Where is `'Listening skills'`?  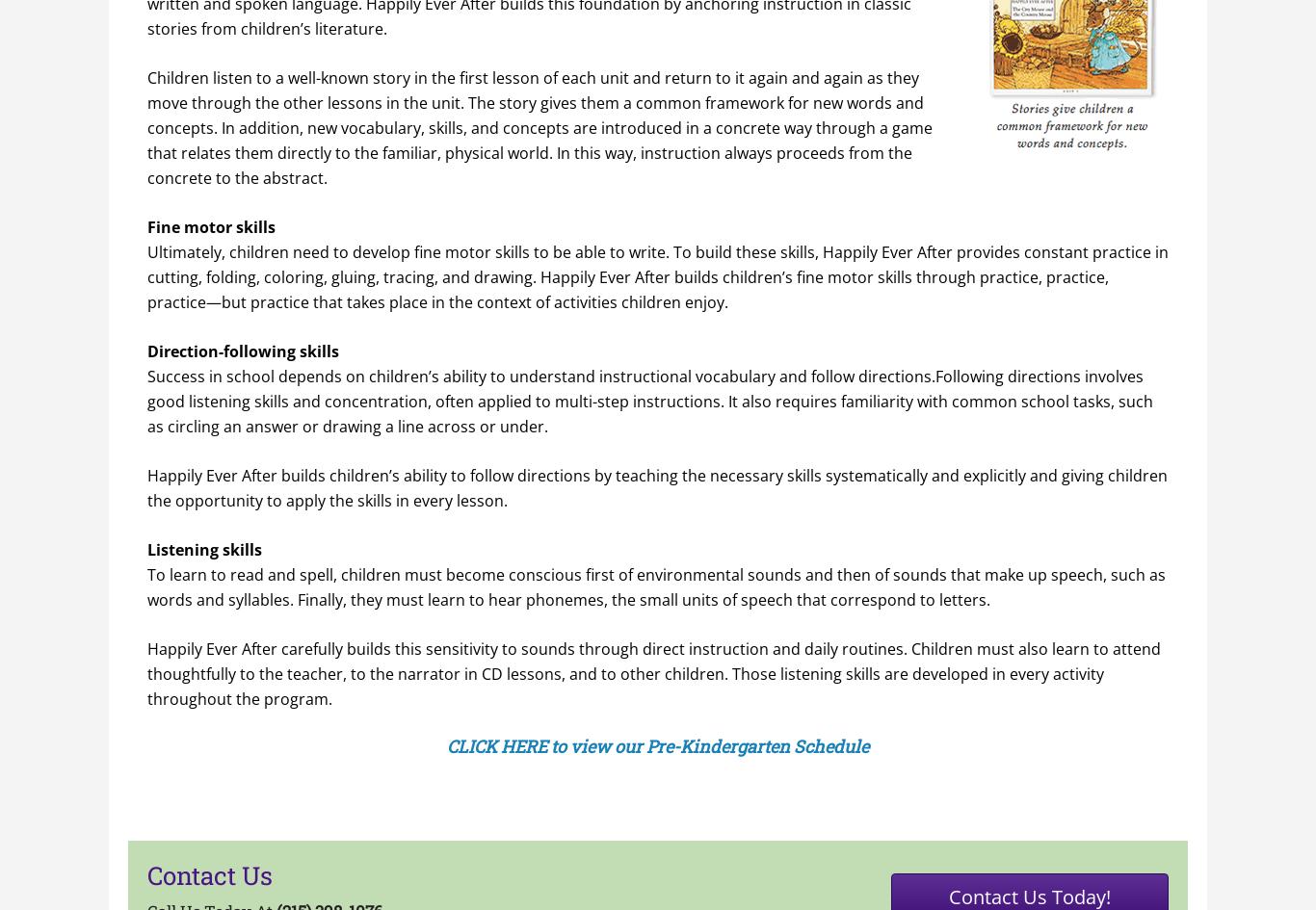
'Listening skills' is located at coordinates (203, 549).